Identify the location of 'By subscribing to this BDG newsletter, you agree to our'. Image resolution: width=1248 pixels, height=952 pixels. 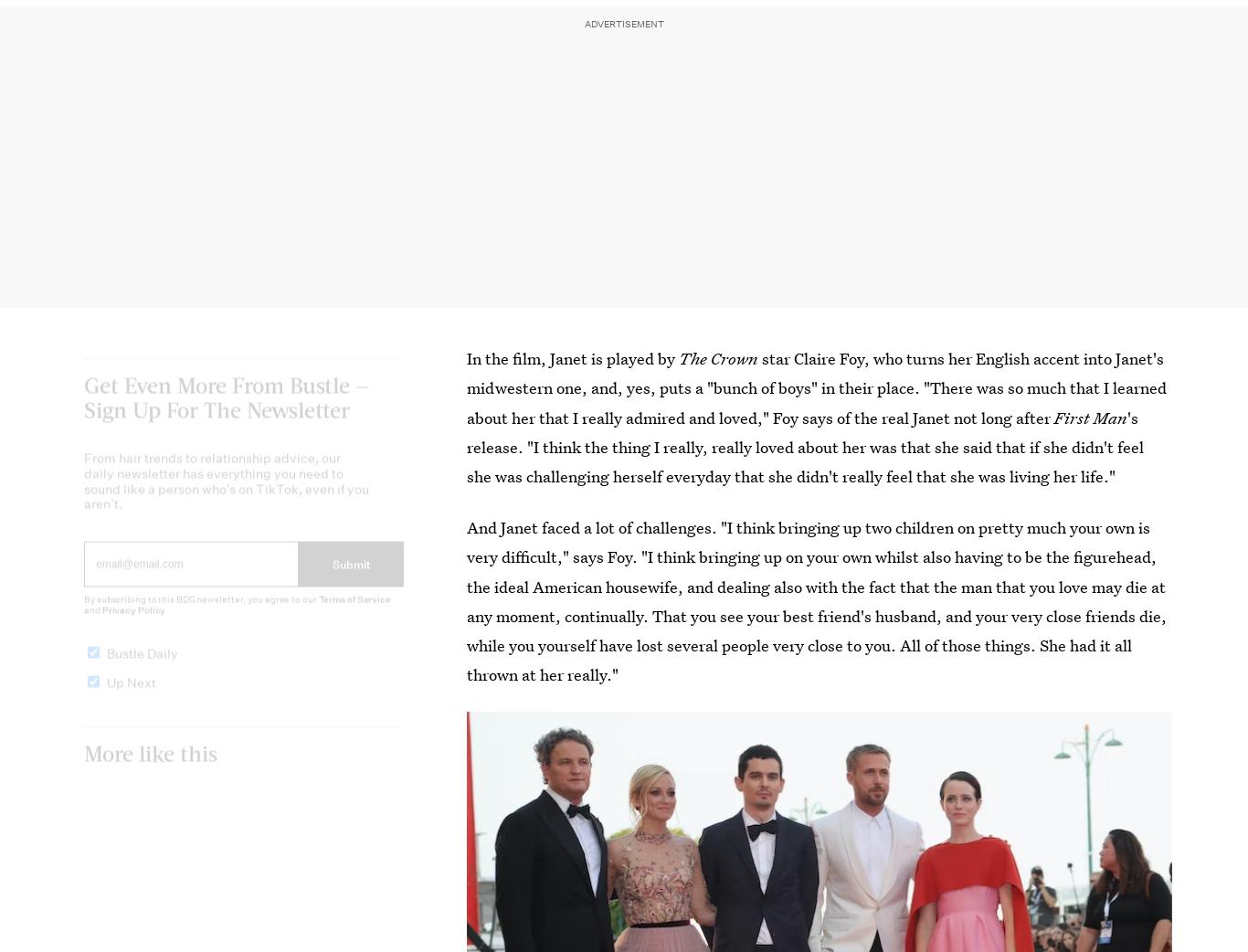
(83, 615).